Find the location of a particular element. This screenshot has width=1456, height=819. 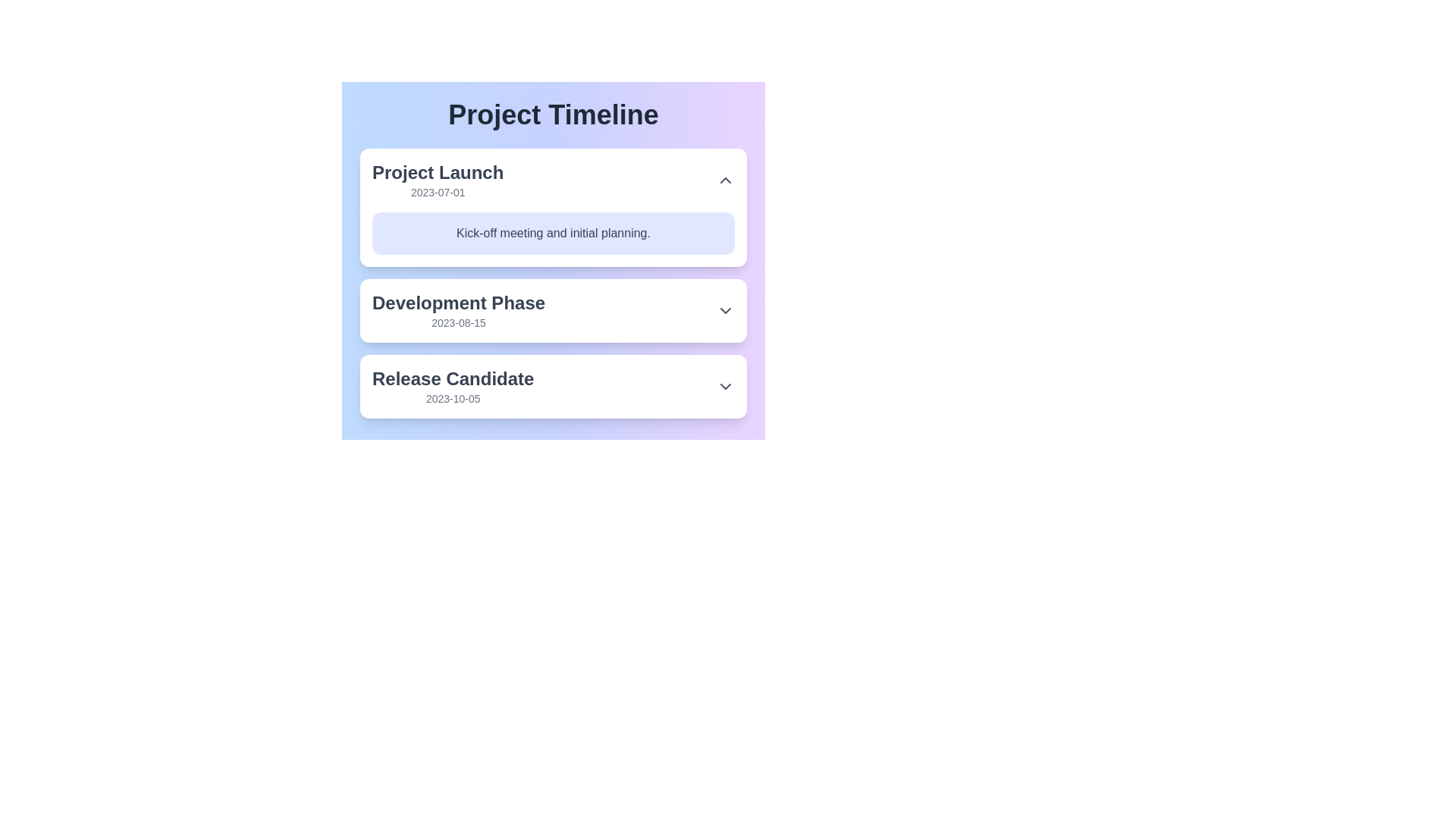

the gray downward-pointing chevron icon located to the far right of the 'Release Candidate' text in the card labeled 'Release Candidate' is located at coordinates (724, 385).